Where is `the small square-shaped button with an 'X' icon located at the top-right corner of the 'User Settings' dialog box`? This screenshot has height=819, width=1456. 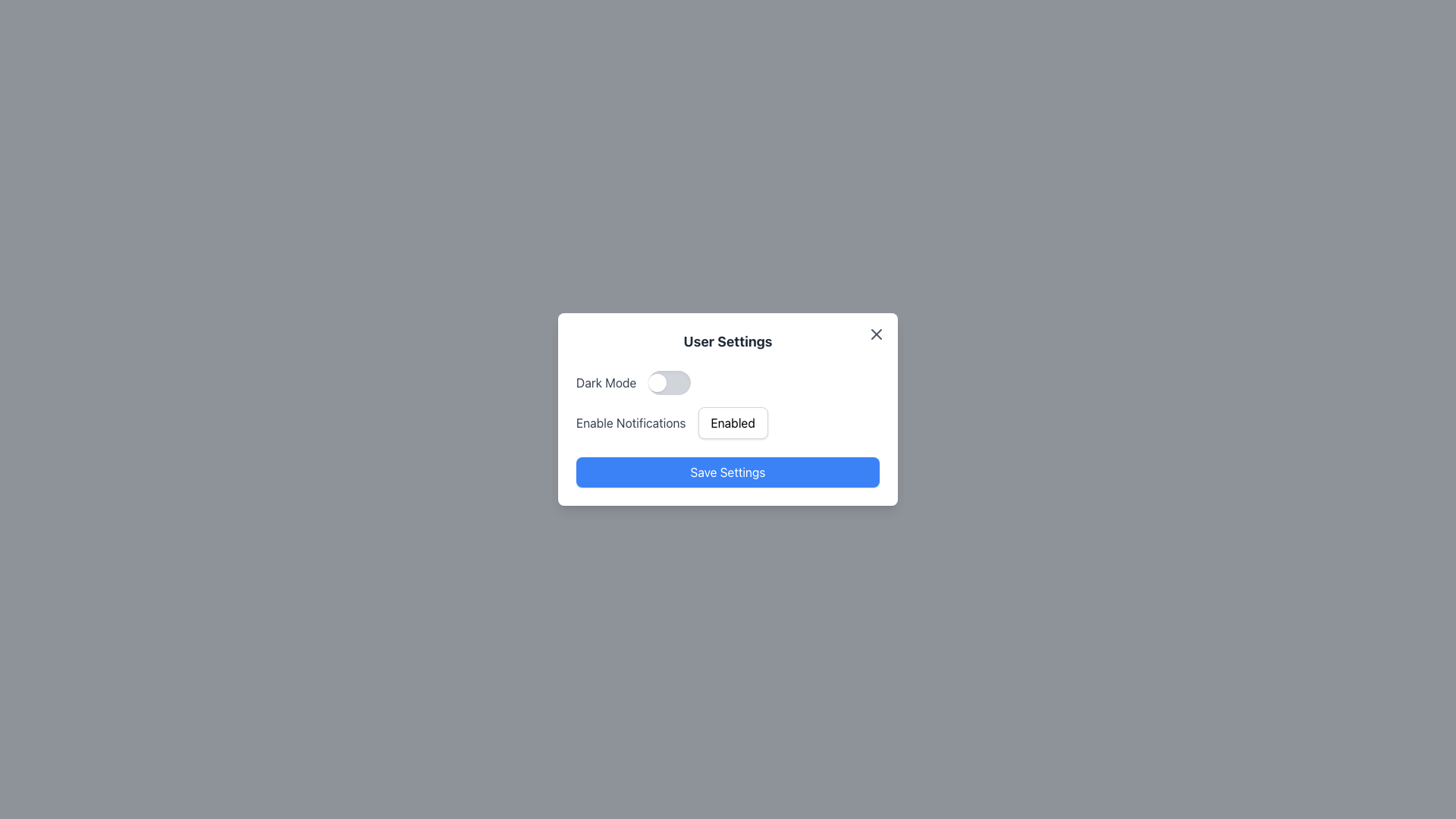
the small square-shaped button with an 'X' icon located at the top-right corner of the 'User Settings' dialog box is located at coordinates (877, 333).